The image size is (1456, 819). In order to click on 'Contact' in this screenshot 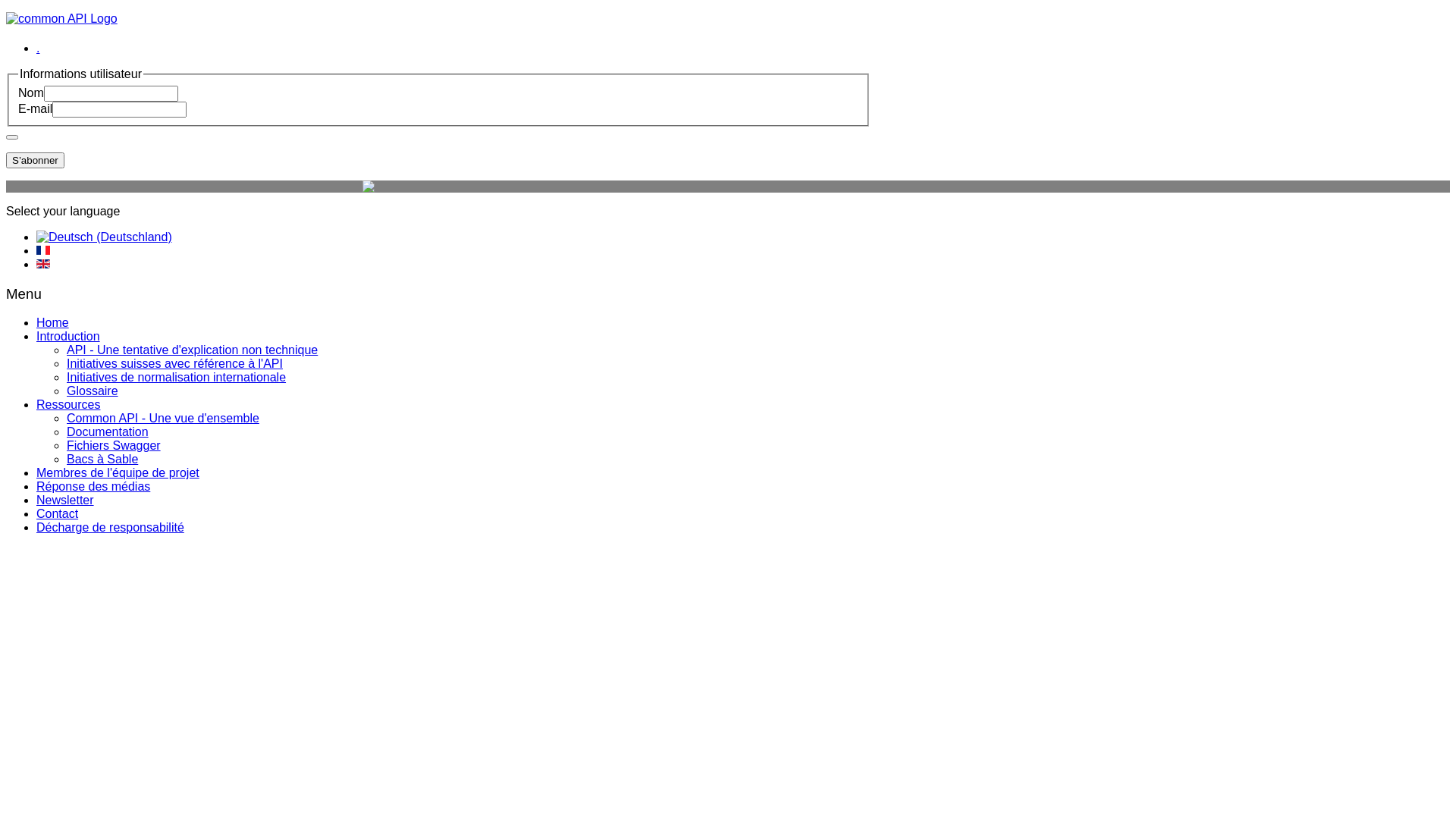, I will do `click(57, 513)`.